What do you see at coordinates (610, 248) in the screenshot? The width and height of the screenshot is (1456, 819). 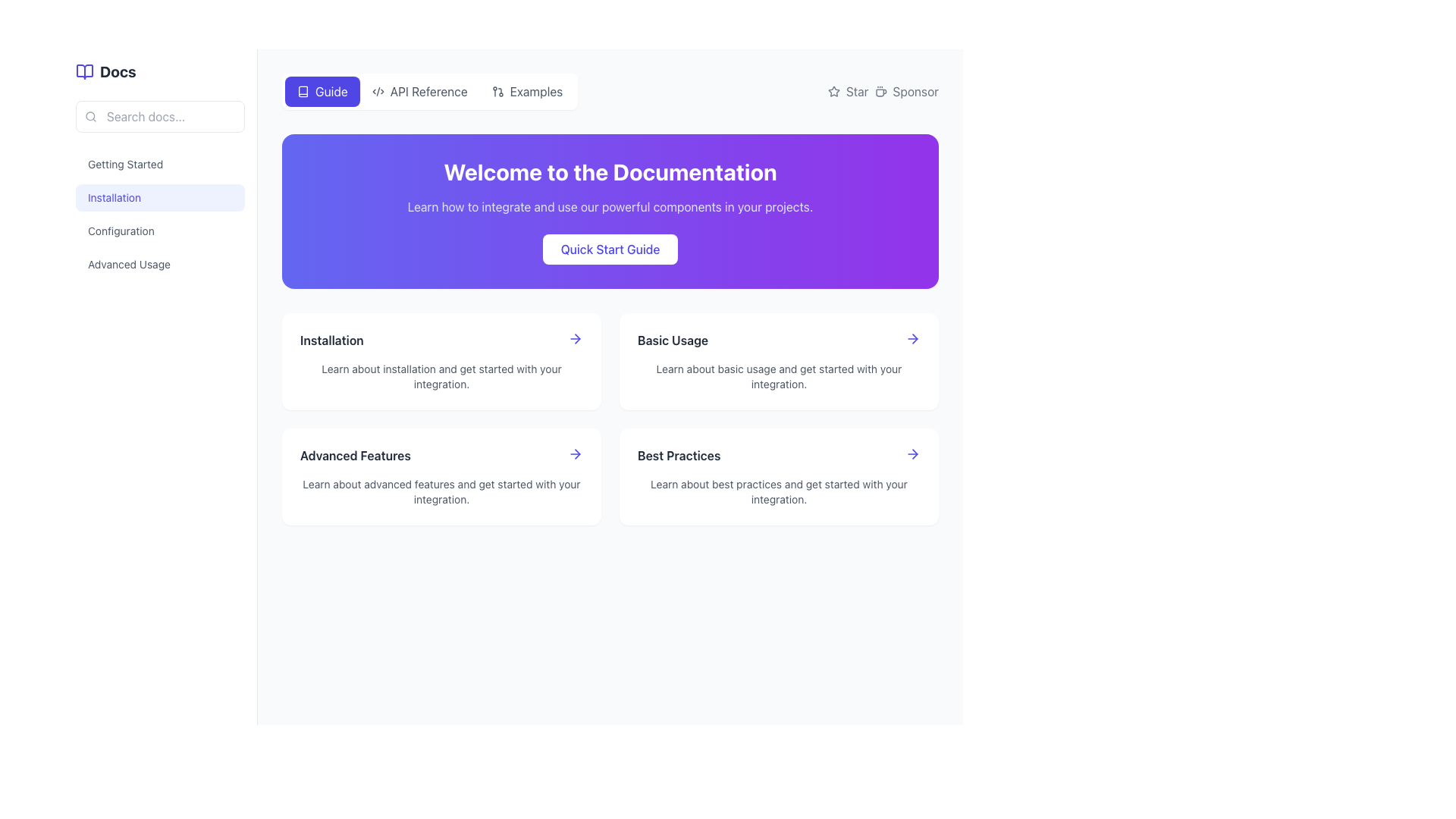 I see `the interactive button located below the subtitle 'Learn how to integrate and use our powerful components in your projects.'` at bounding box center [610, 248].